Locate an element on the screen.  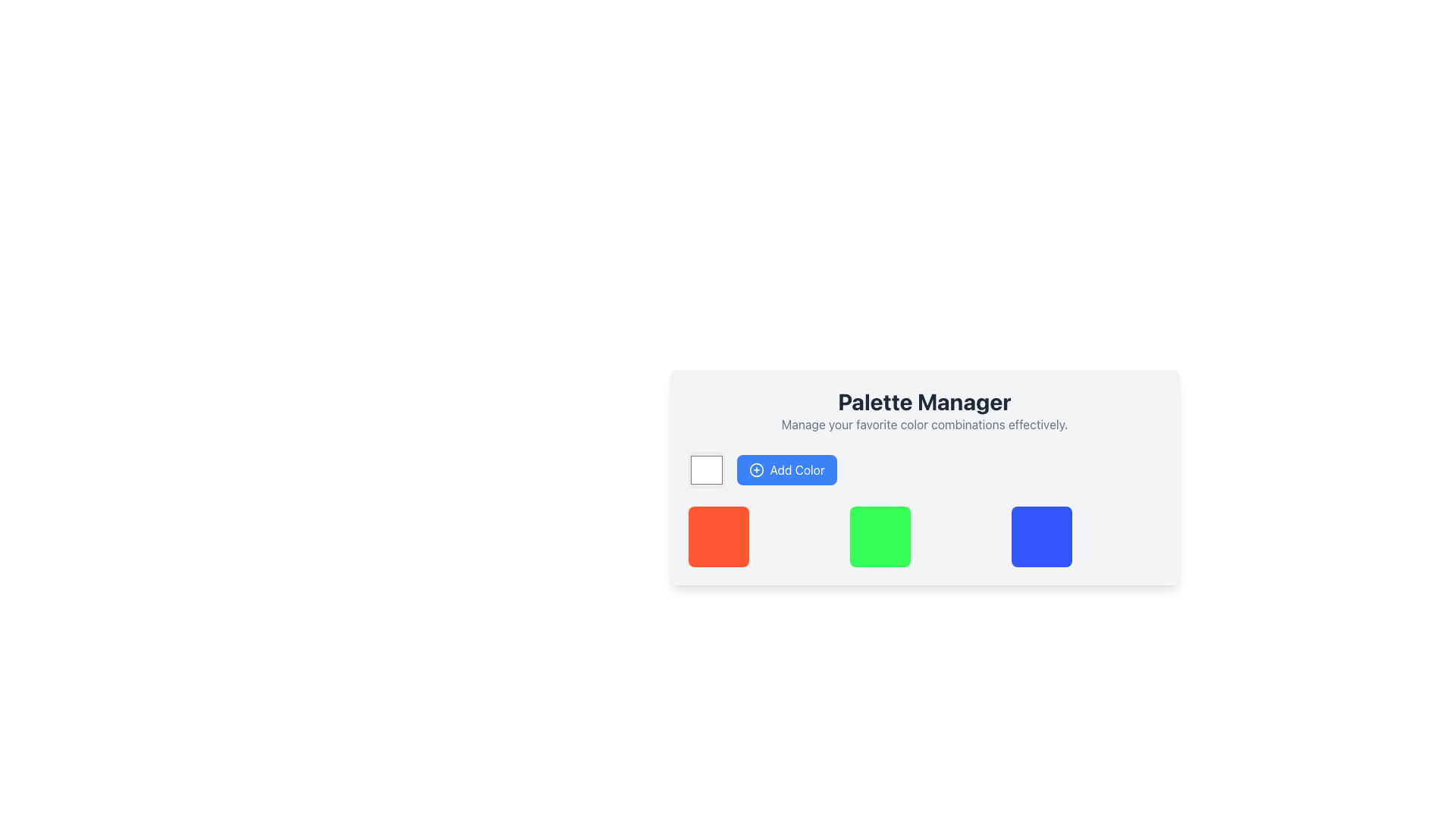
the bright green square element with rounded corners is located at coordinates (880, 536).